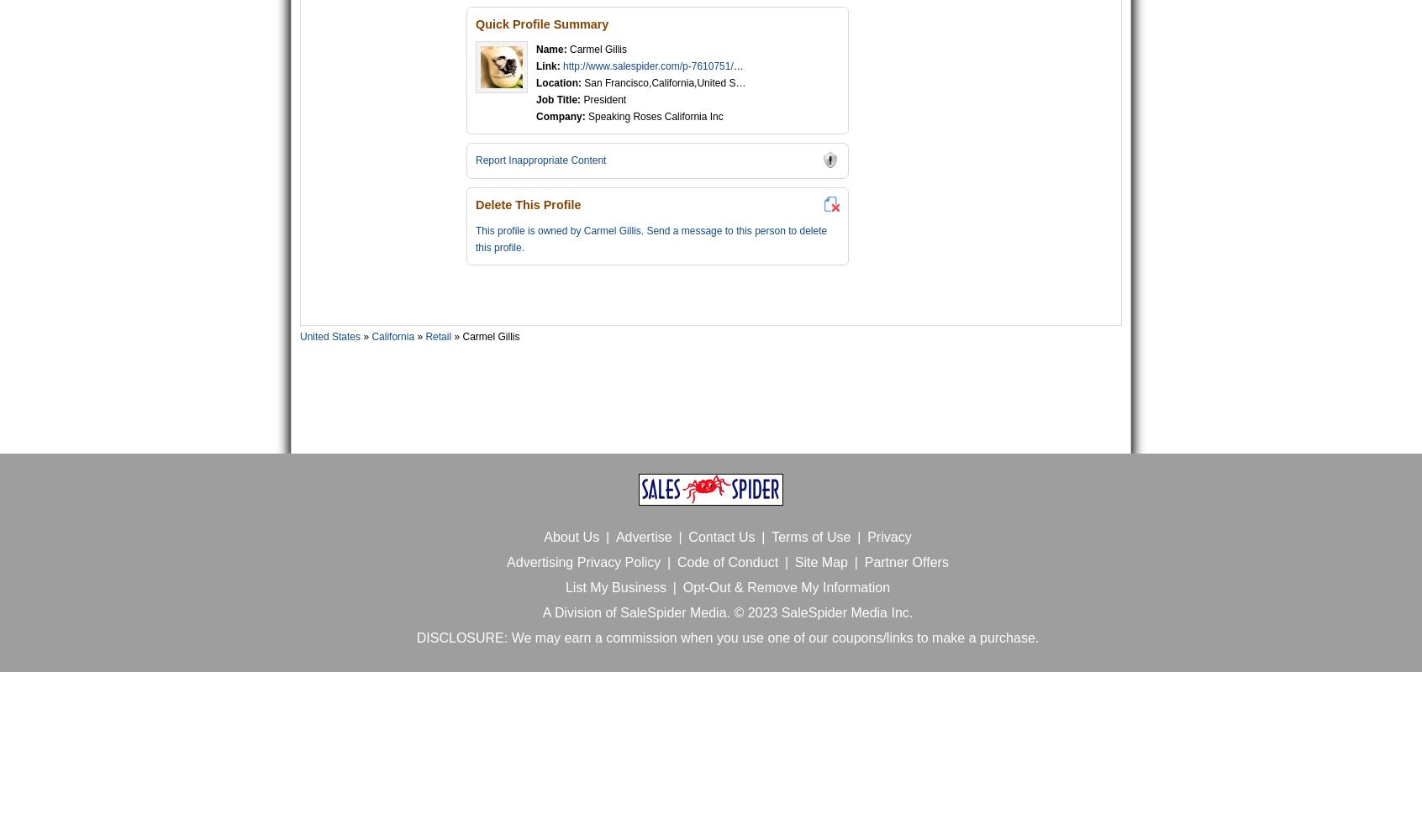 The image size is (1422, 840). I want to click on 'Code of Conduct', so click(726, 561).